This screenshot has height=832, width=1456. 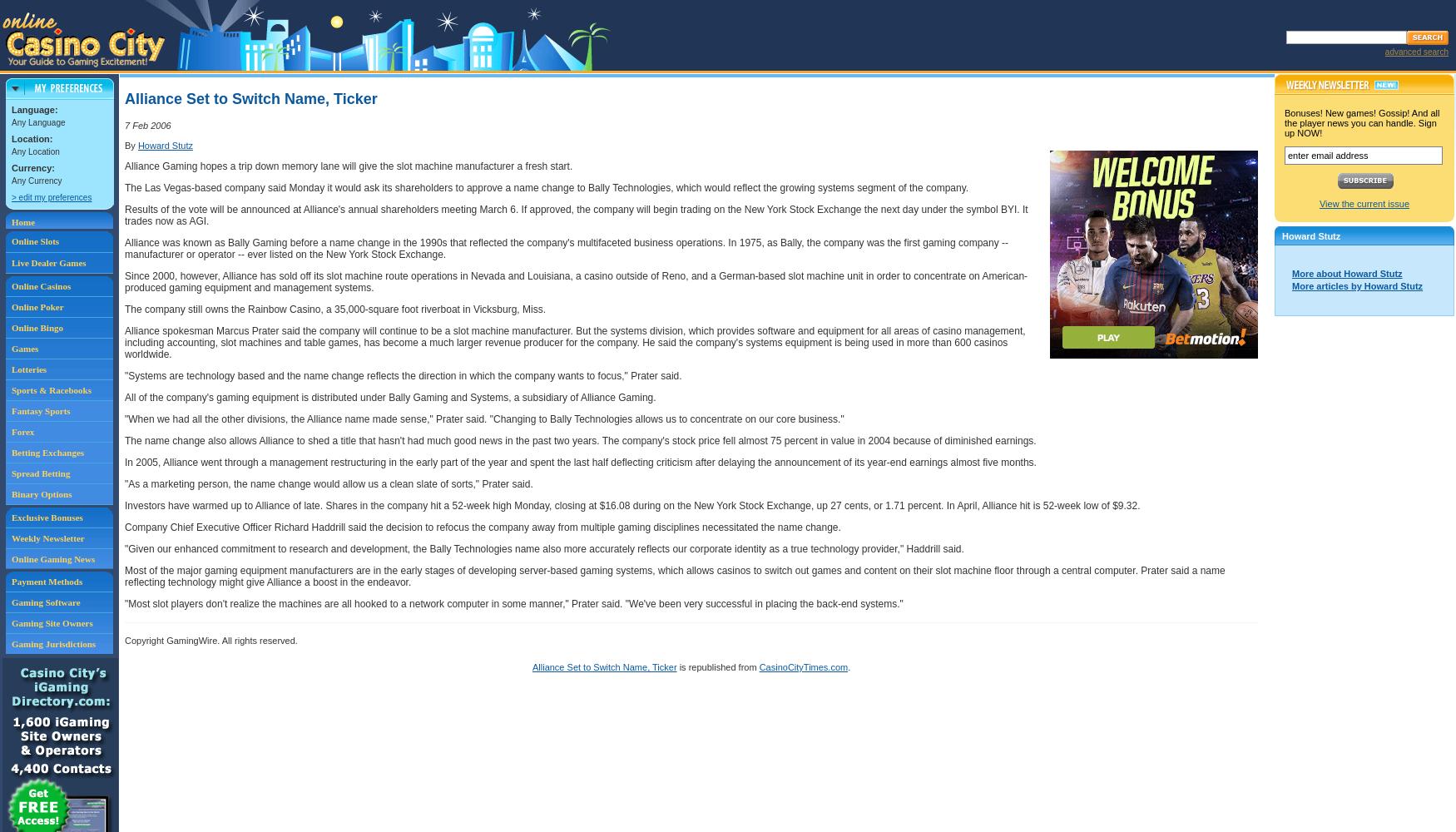 What do you see at coordinates (717, 667) in the screenshot?
I see `'is republished from'` at bounding box center [717, 667].